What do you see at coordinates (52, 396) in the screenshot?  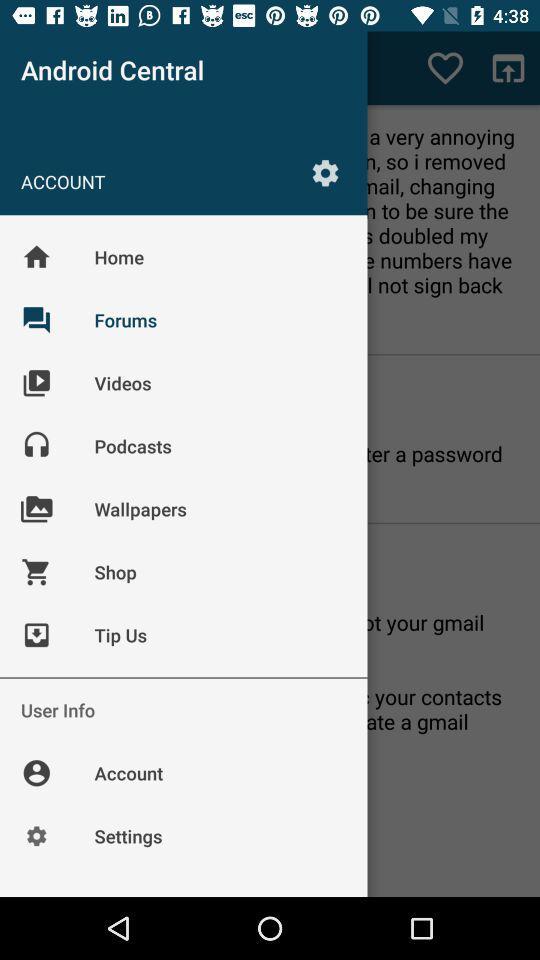 I see `the symbol left to videos` at bounding box center [52, 396].